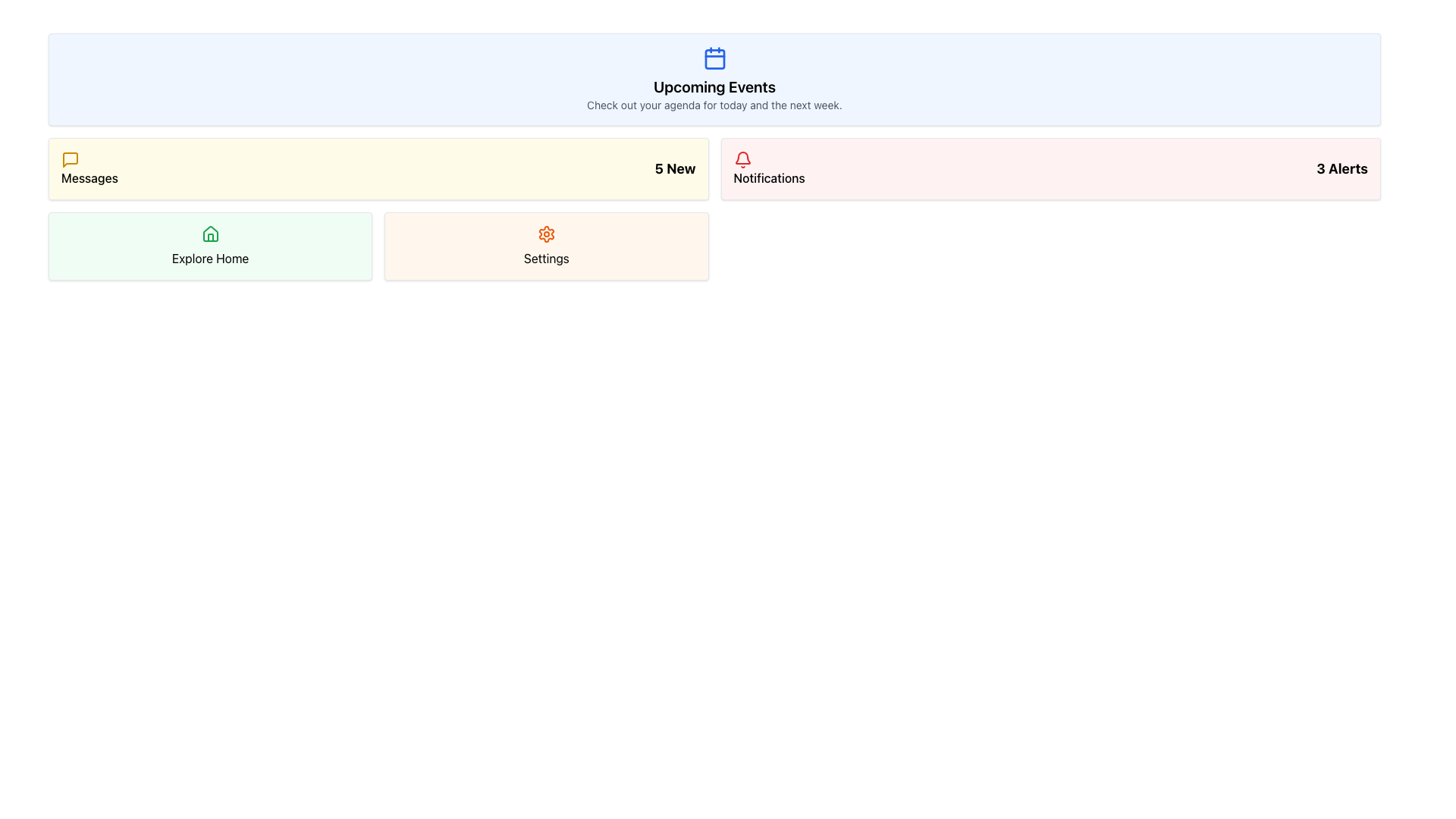  I want to click on informational text label located directly below the 'Upcoming Events' title in the top blue section of the interface, so click(714, 104).